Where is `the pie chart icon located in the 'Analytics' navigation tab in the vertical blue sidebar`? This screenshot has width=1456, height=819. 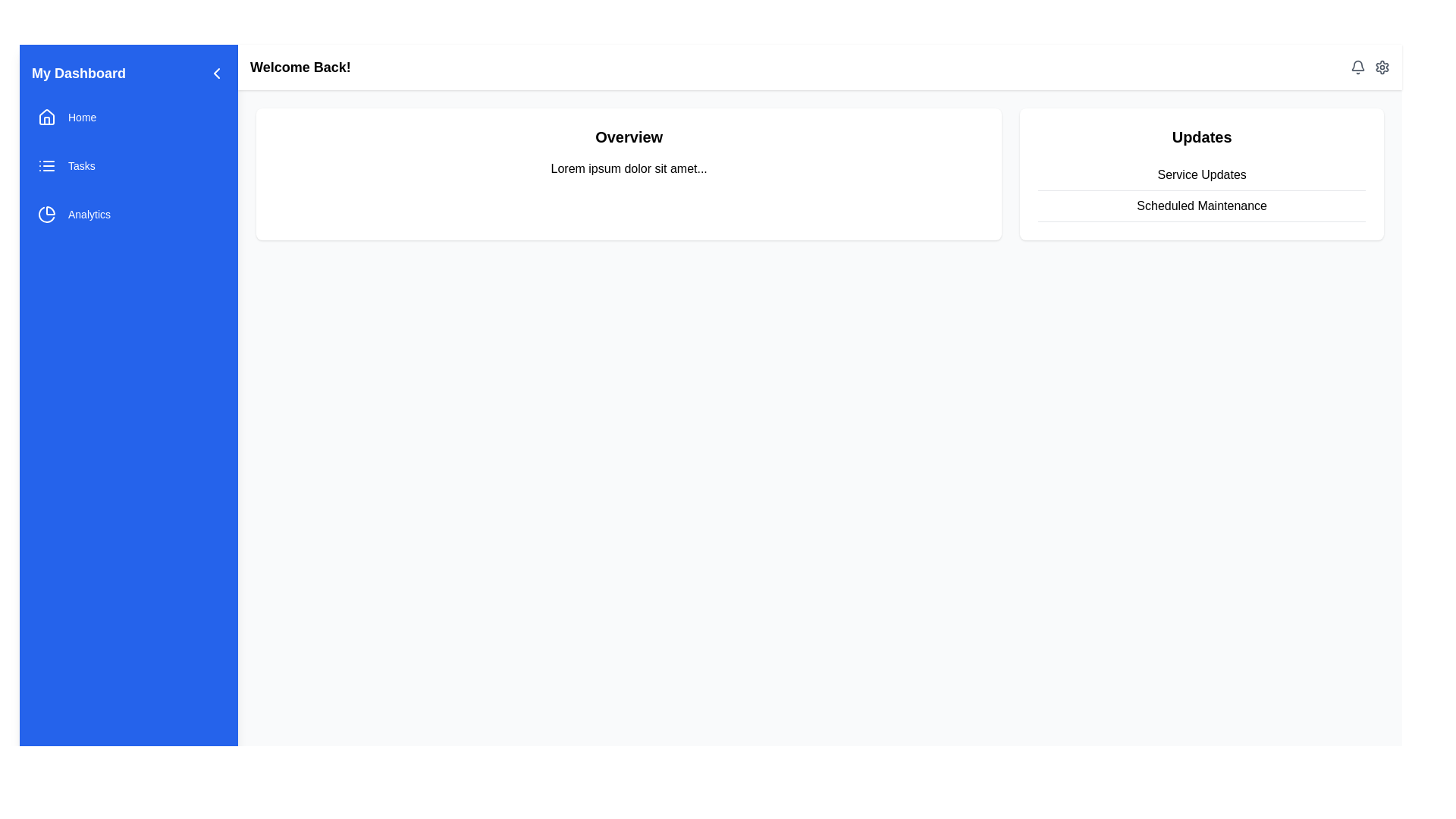 the pie chart icon located in the 'Analytics' navigation tab in the vertical blue sidebar is located at coordinates (47, 214).